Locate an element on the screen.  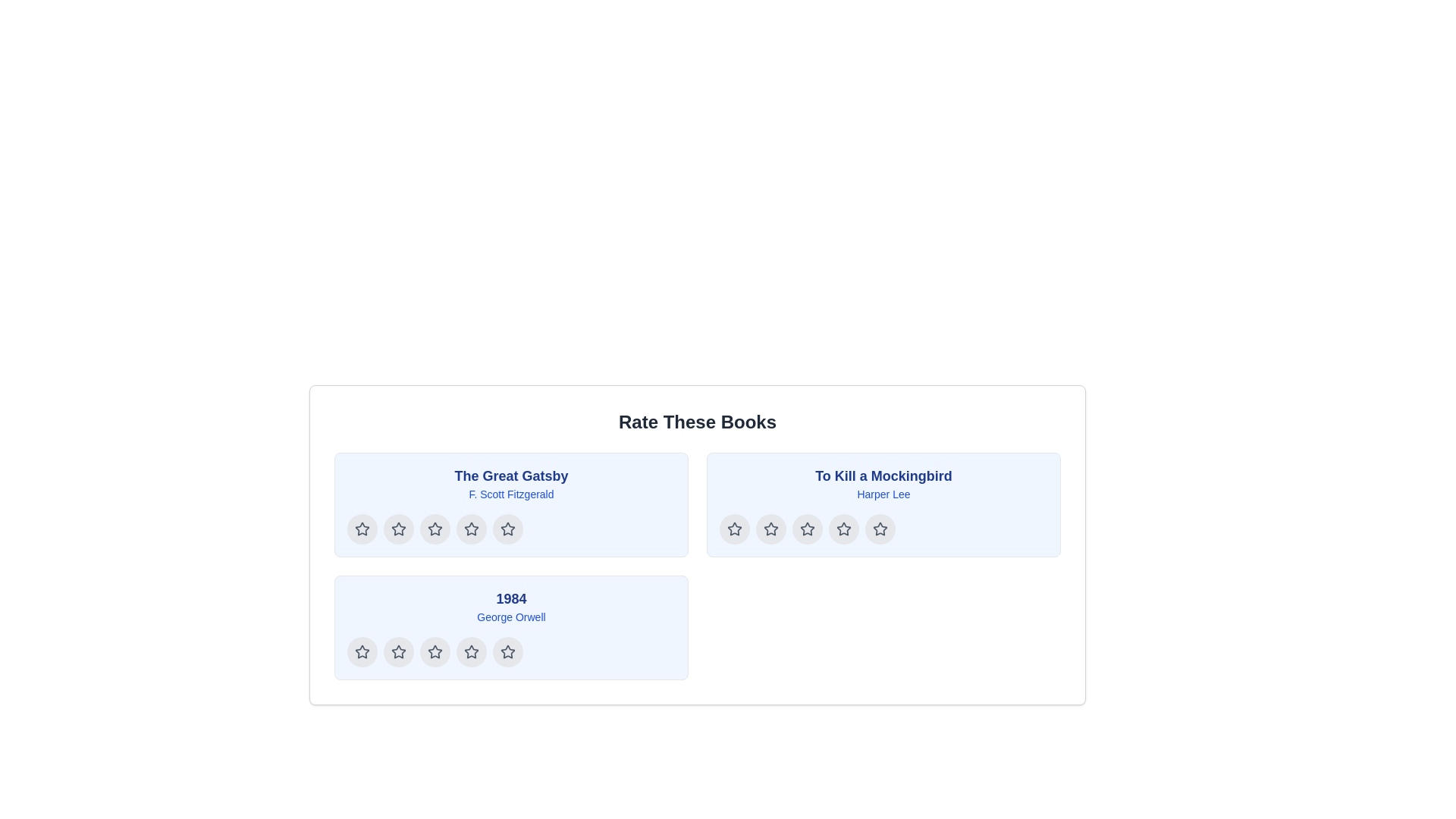
the interactive star icon is located at coordinates (362, 528).